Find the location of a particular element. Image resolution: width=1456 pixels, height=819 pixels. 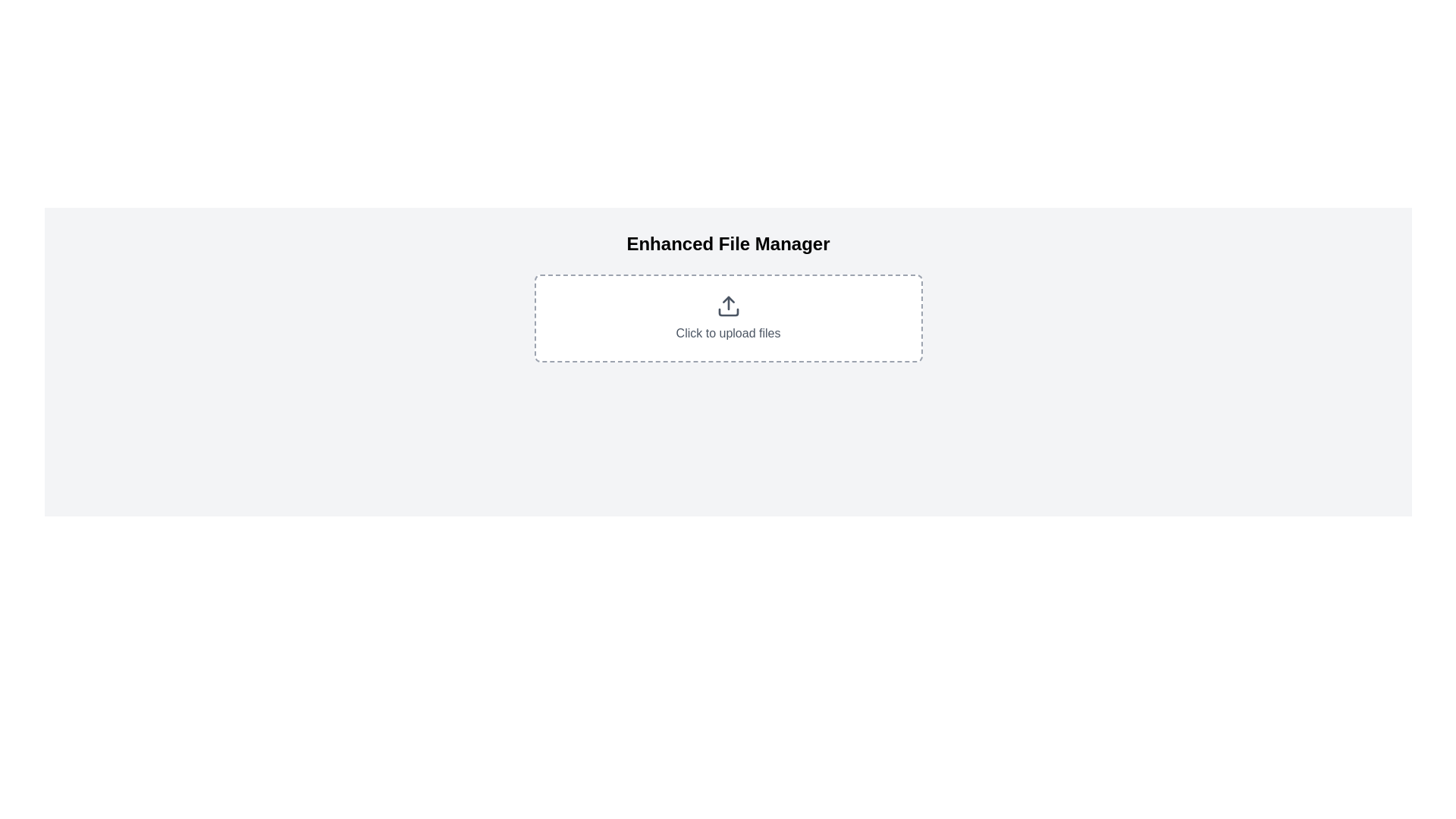

the minimalistic upload icon, styled with a thin stroke representing an upward arrow, located at the top of the upload panel labeled 'Click to upload files' is located at coordinates (728, 306).